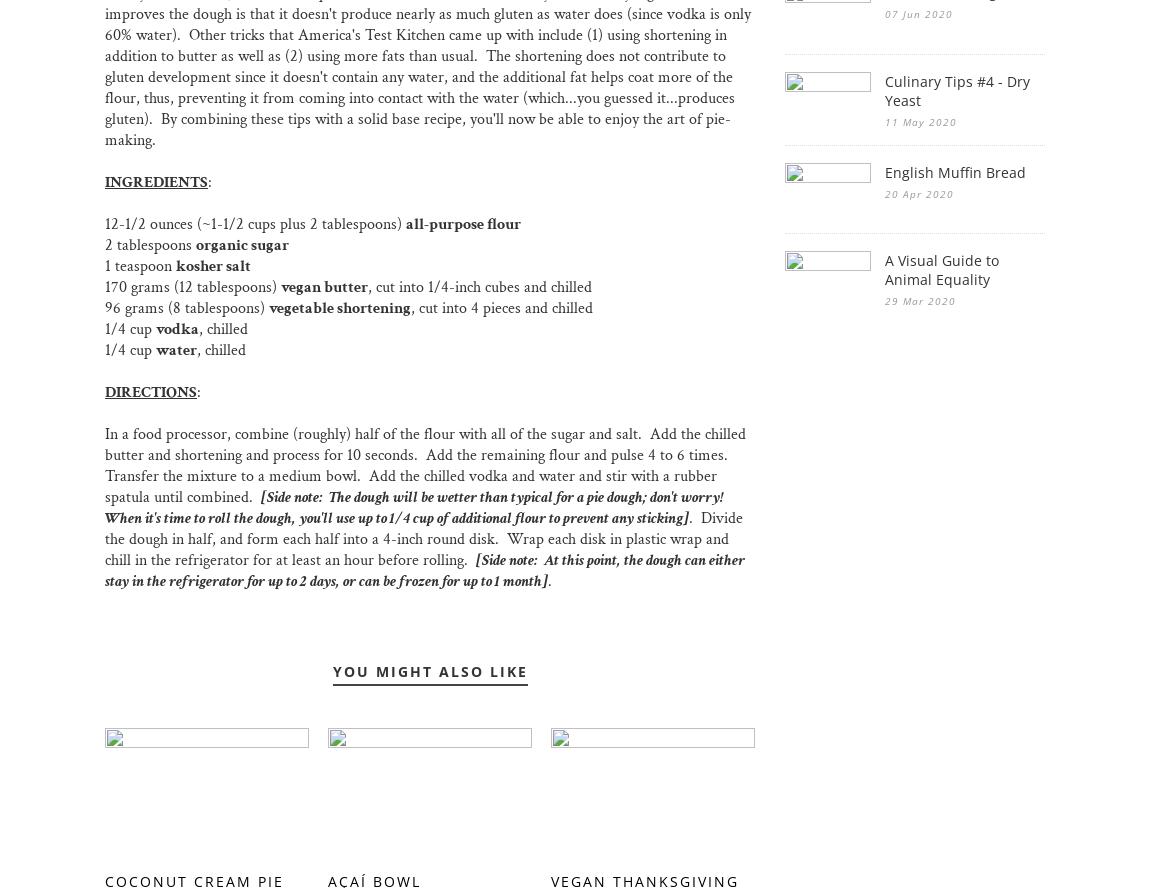 The image size is (1150, 888). What do you see at coordinates (279, 286) in the screenshot?
I see `'vegan butter'` at bounding box center [279, 286].